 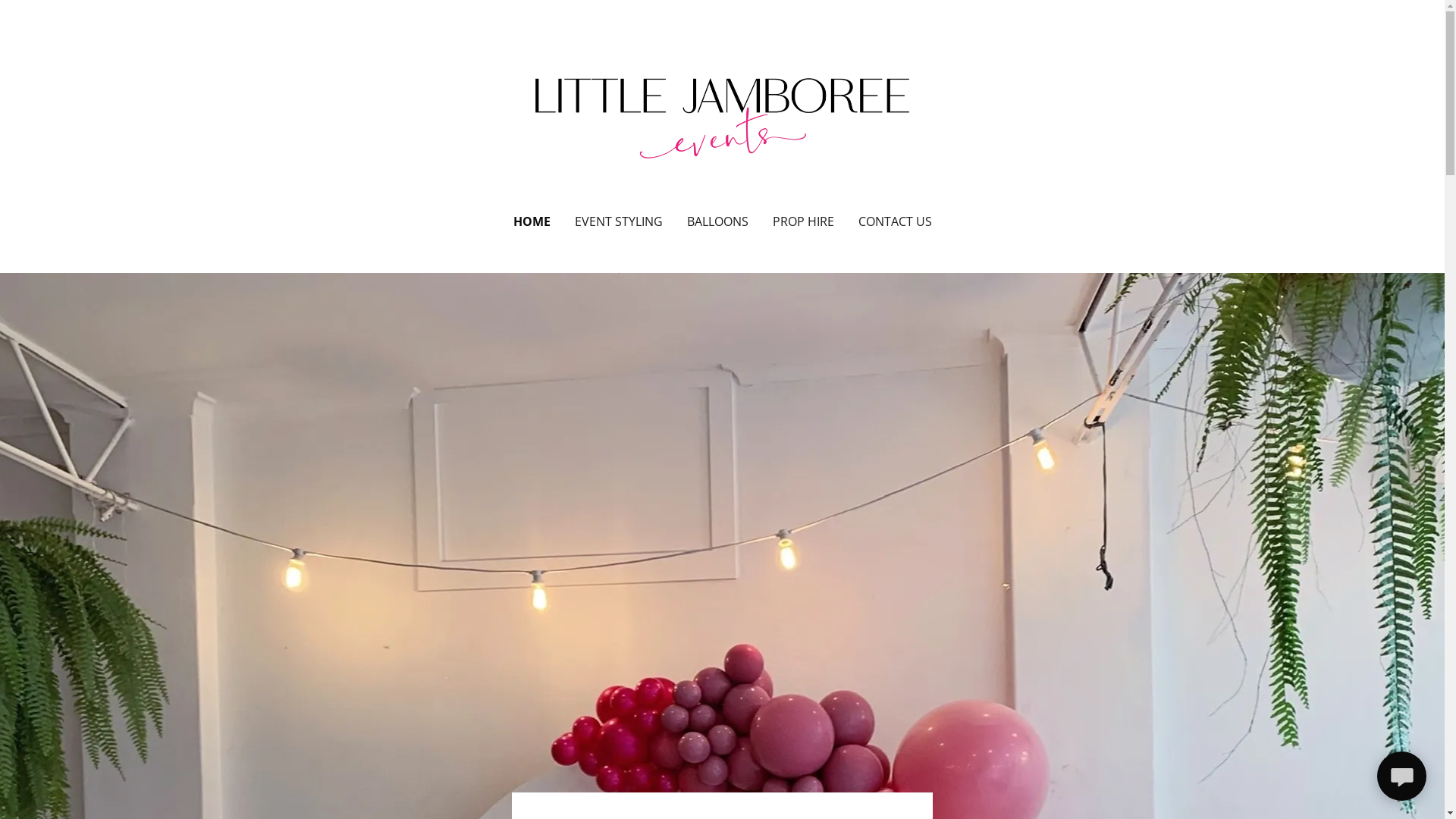 What do you see at coordinates (619, 221) in the screenshot?
I see `'EVENT STYLING'` at bounding box center [619, 221].